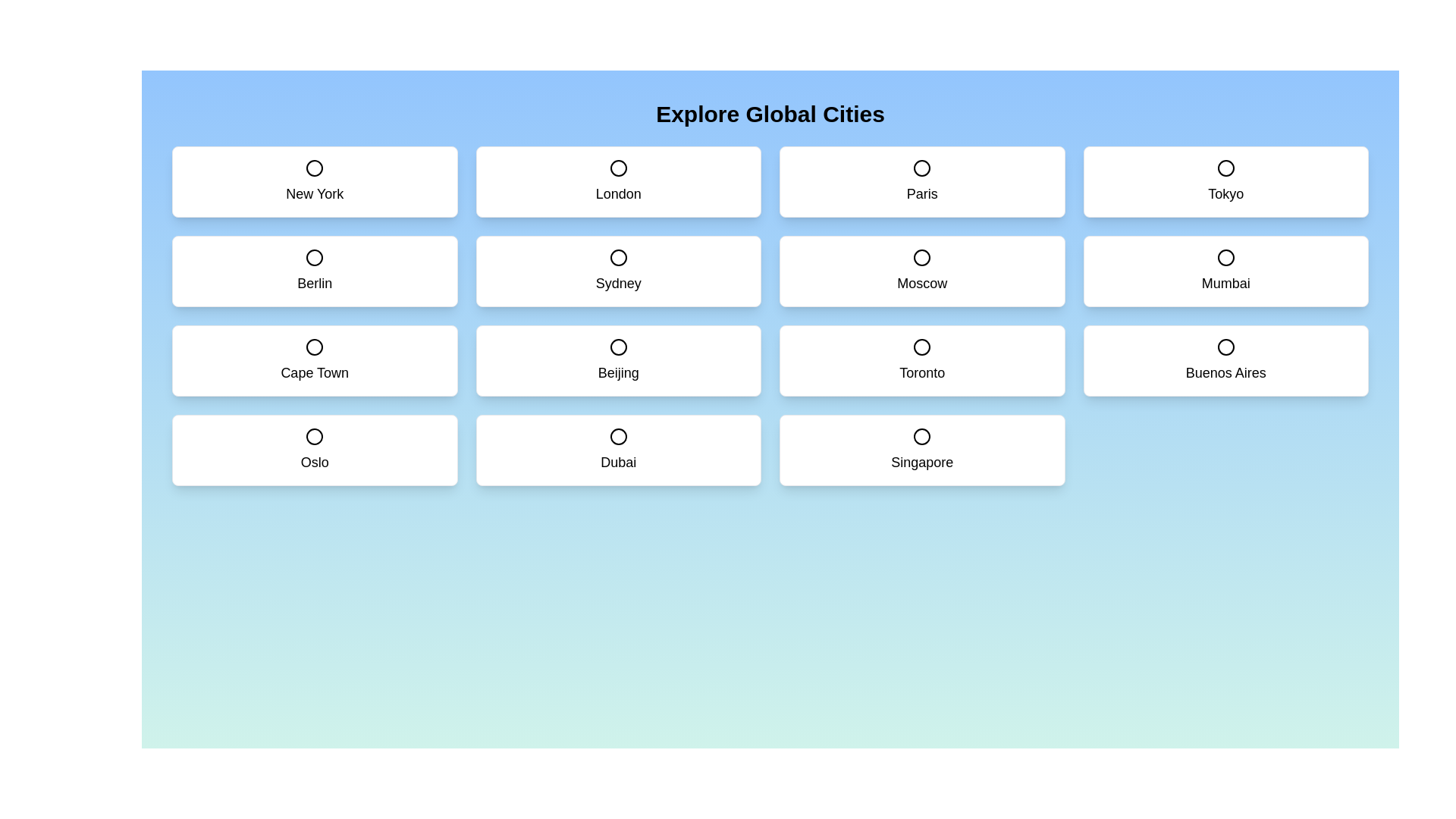  What do you see at coordinates (1225, 180) in the screenshot?
I see `the city card labeled Tokyo to toggle its selection state` at bounding box center [1225, 180].